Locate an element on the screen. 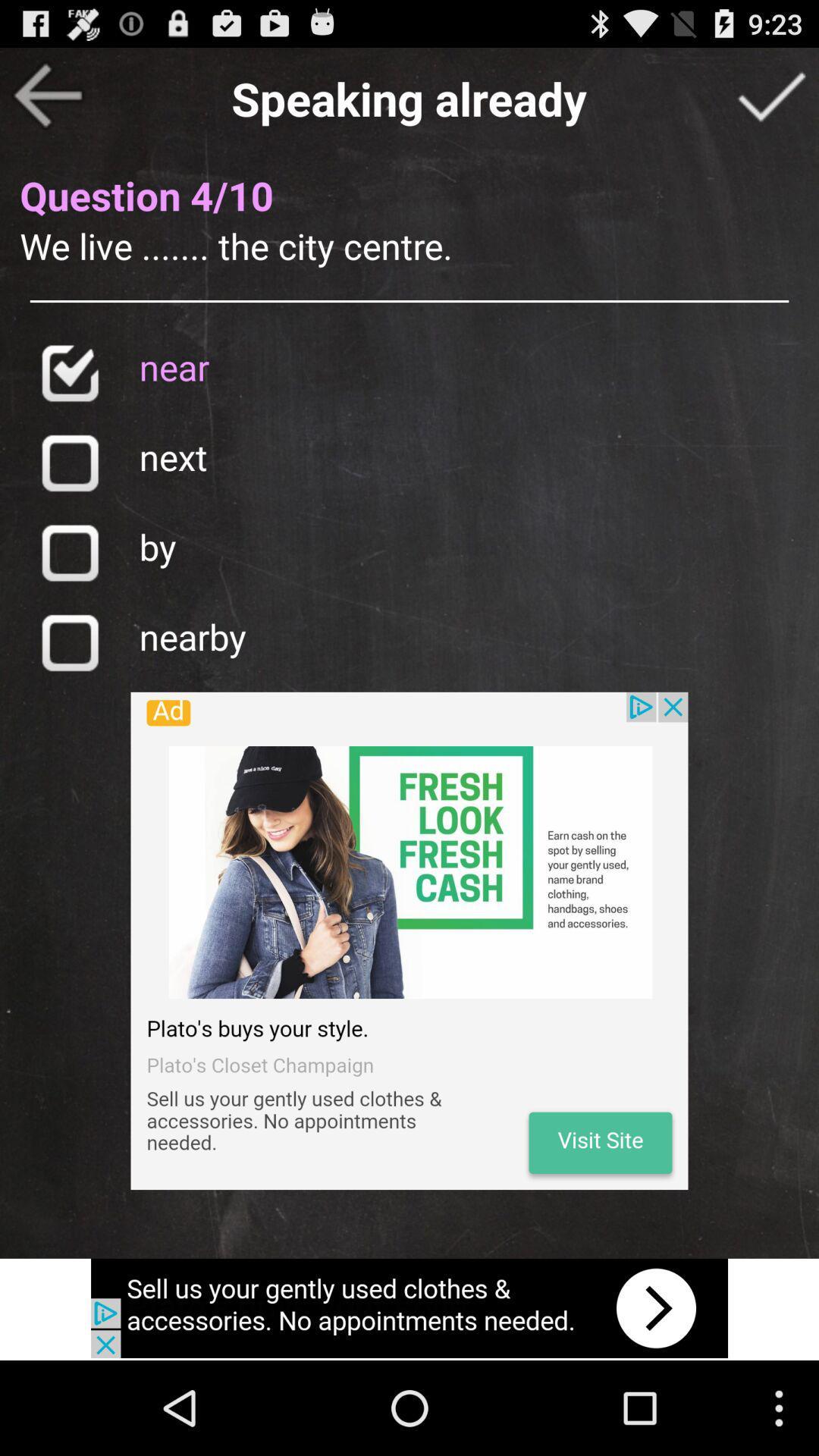 The image size is (819, 1456). open advertisement is located at coordinates (409, 940).